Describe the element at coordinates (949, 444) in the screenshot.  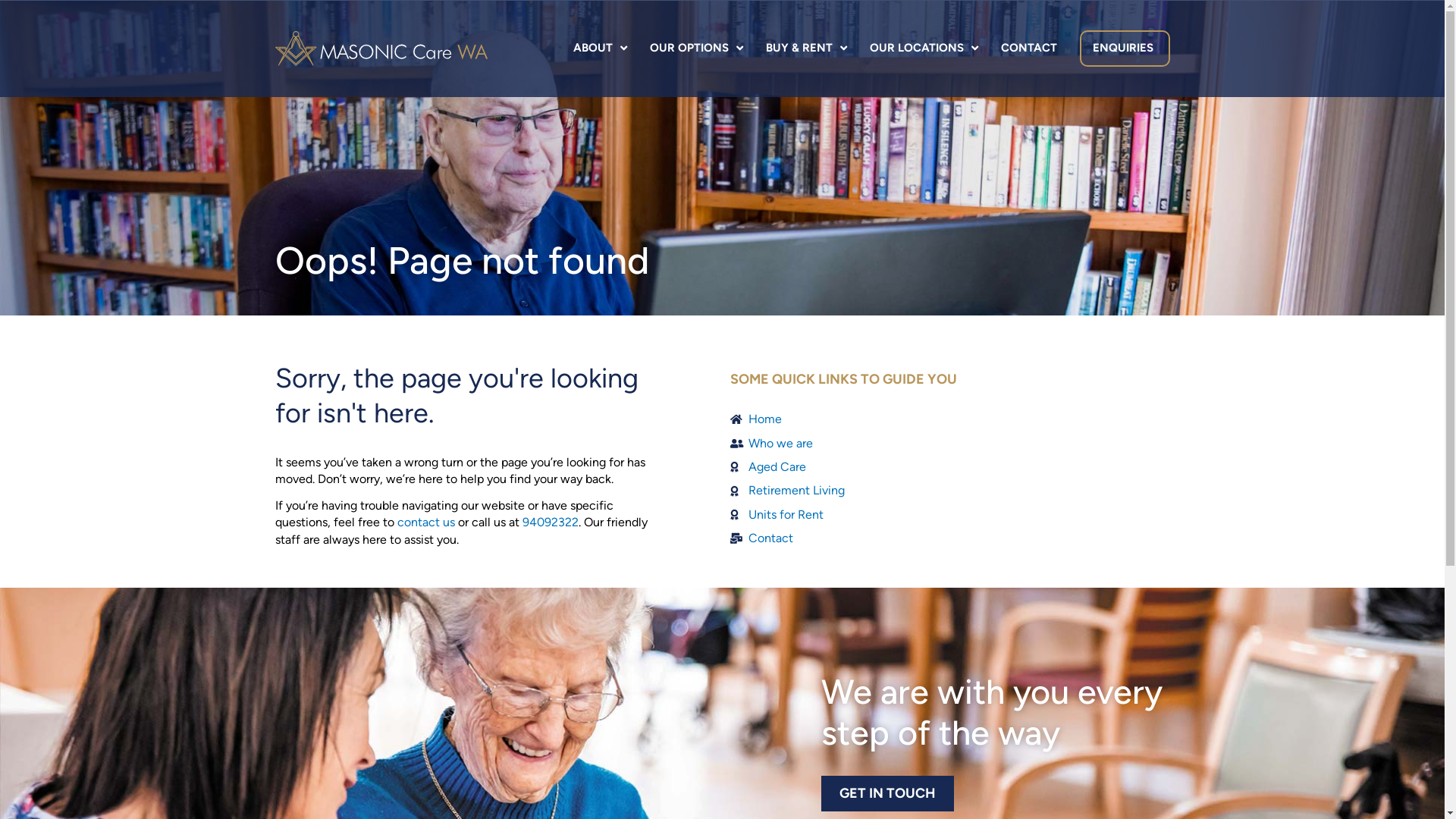
I see `'Who we are'` at that location.